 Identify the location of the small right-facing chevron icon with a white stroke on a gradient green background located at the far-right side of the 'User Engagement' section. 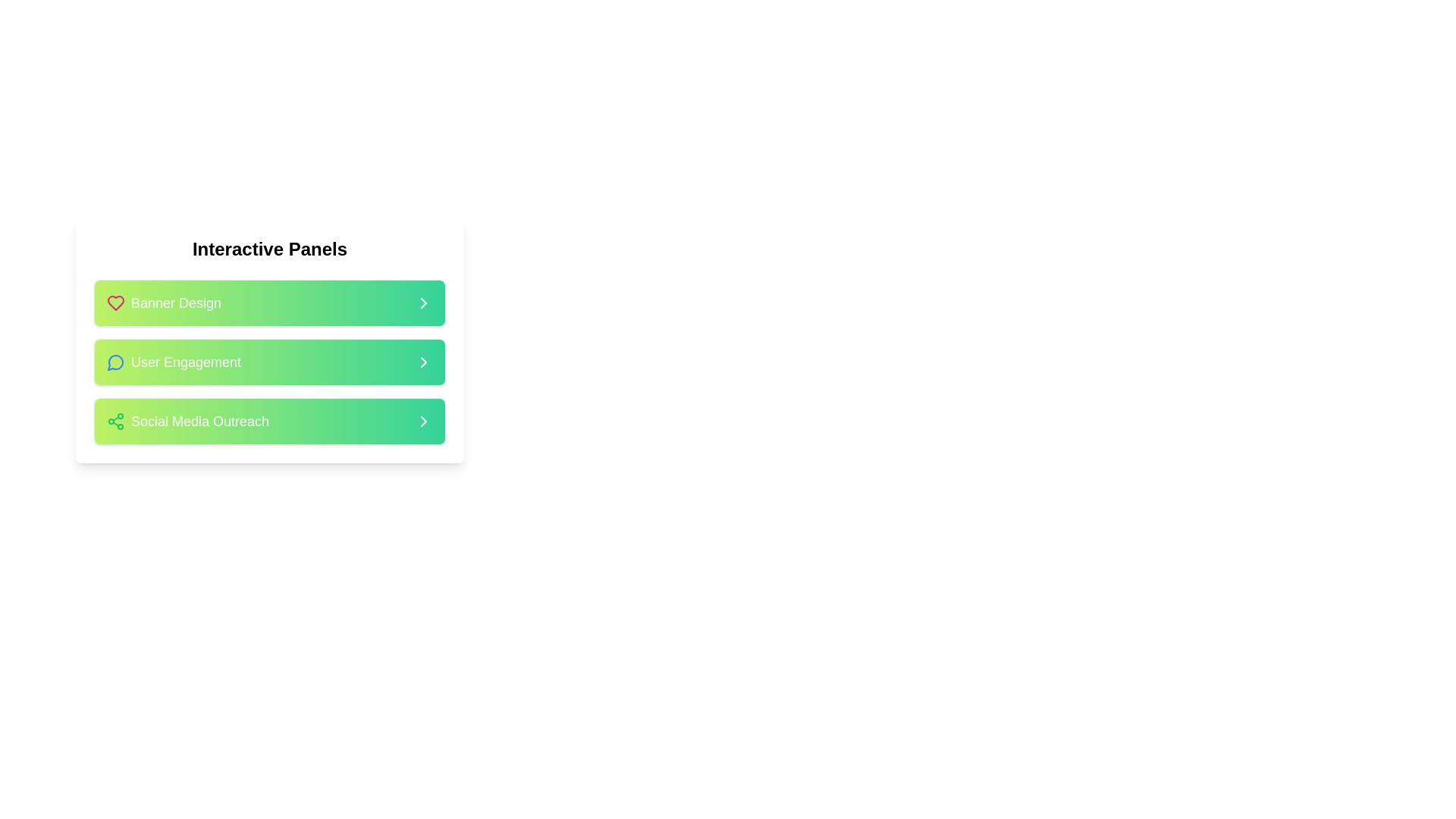
(423, 362).